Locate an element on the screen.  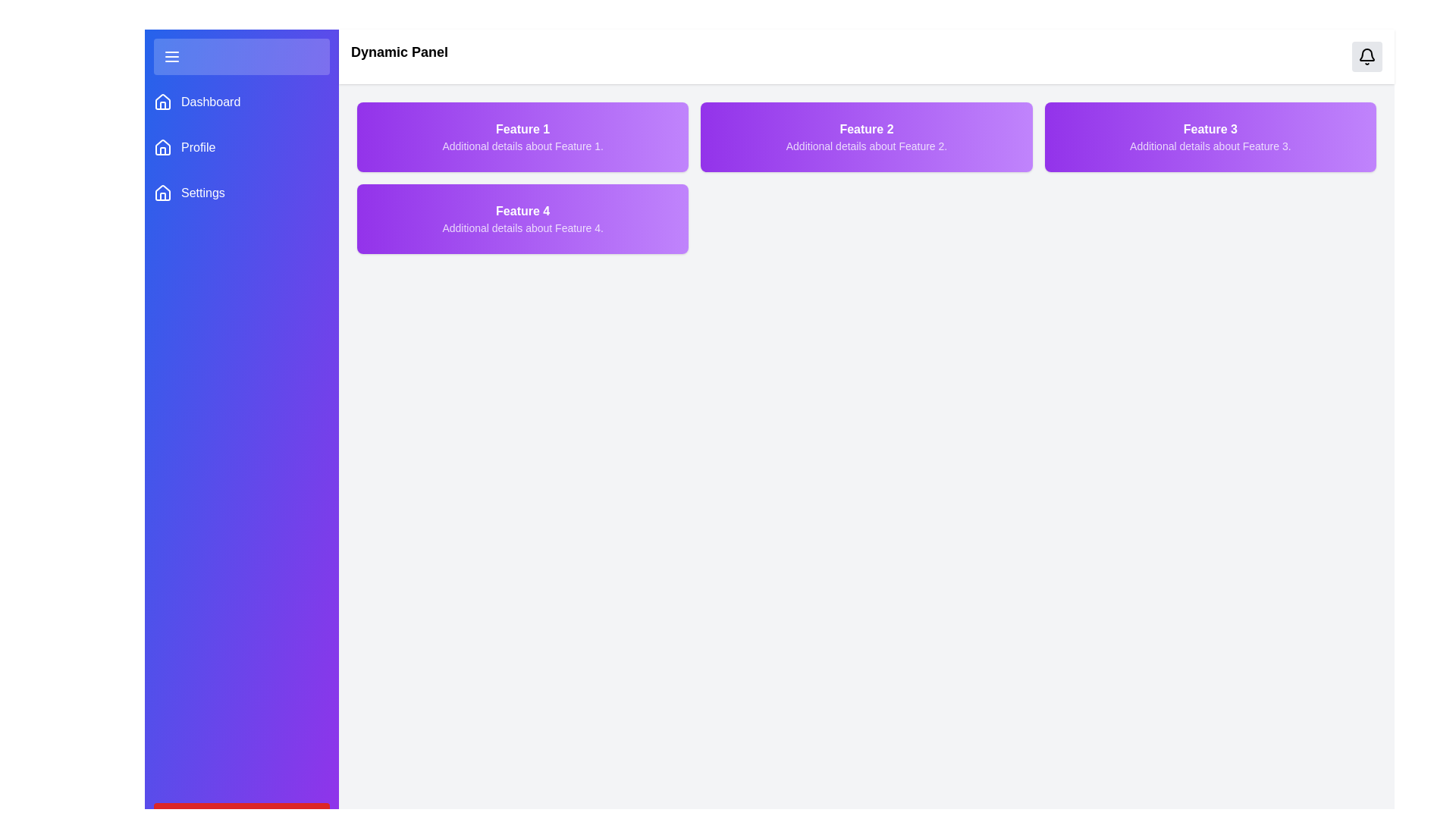
the outlined bell-shaped notification icon located is located at coordinates (1367, 55).